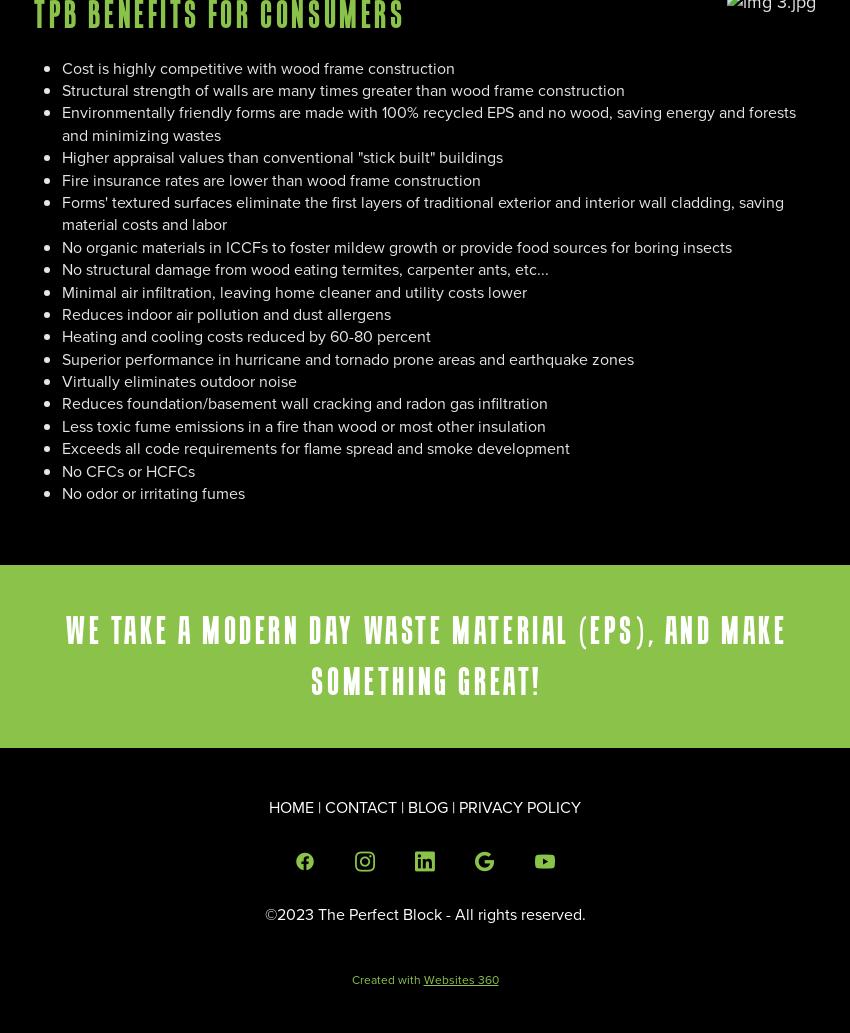 The image size is (850, 1033). Describe the element at coordinates (342, 90) in the screenshot. I see `'Structural strength of walls are many times greater than wood frame construction'` at that location.